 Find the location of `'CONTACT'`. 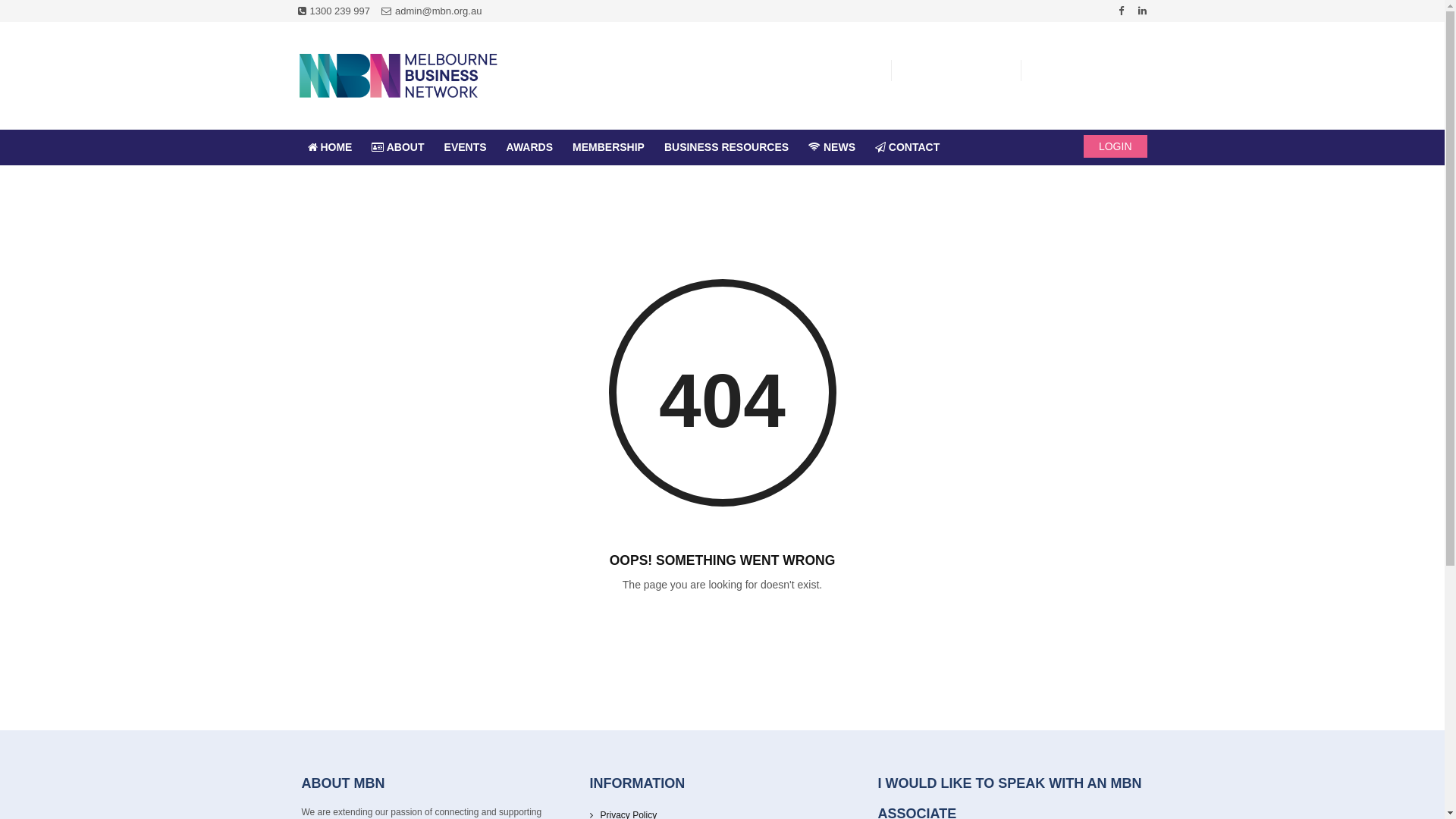

'CONTACT' is located at coordinates (907, 147).